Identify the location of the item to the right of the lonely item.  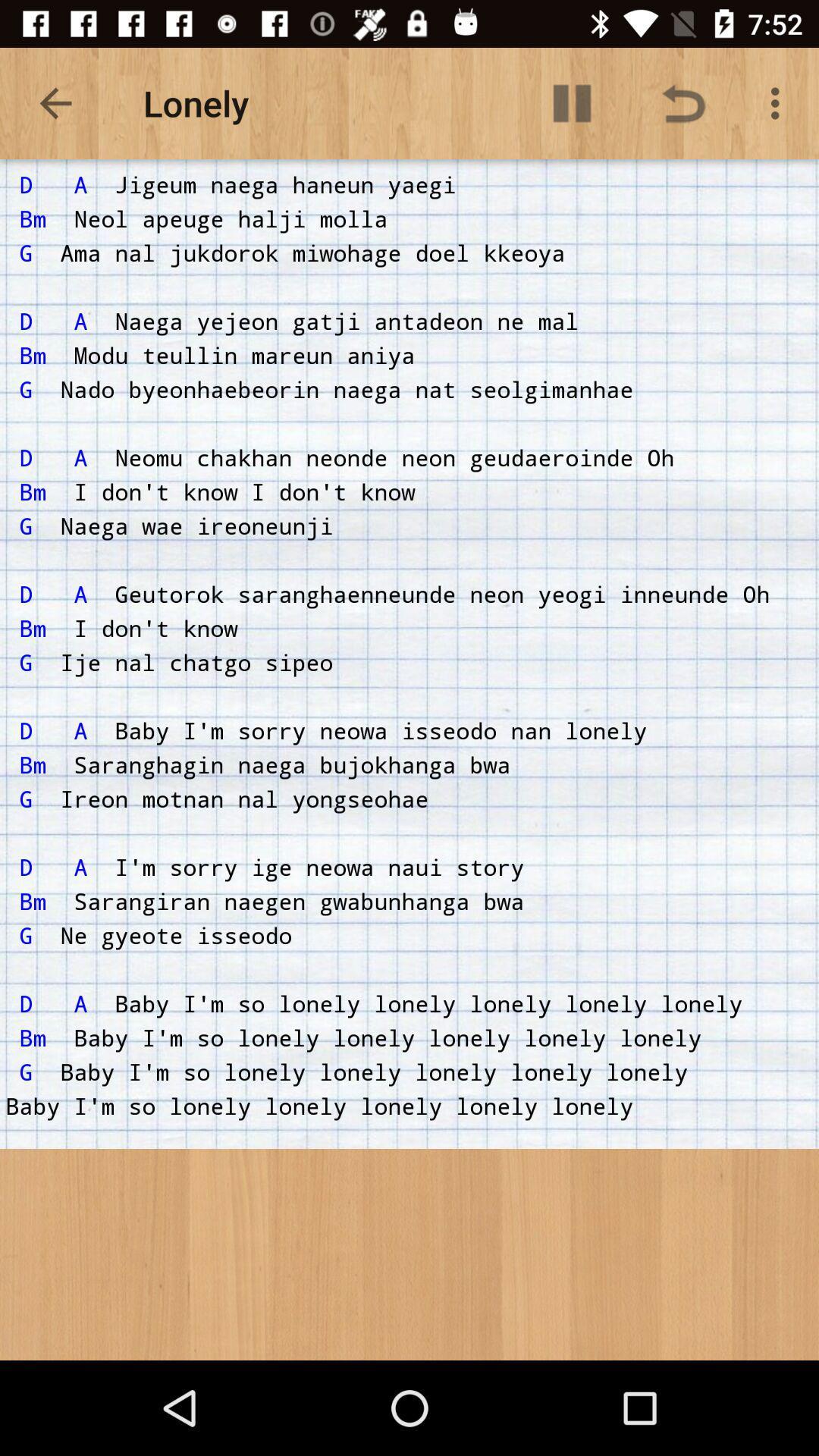
(572, 102).